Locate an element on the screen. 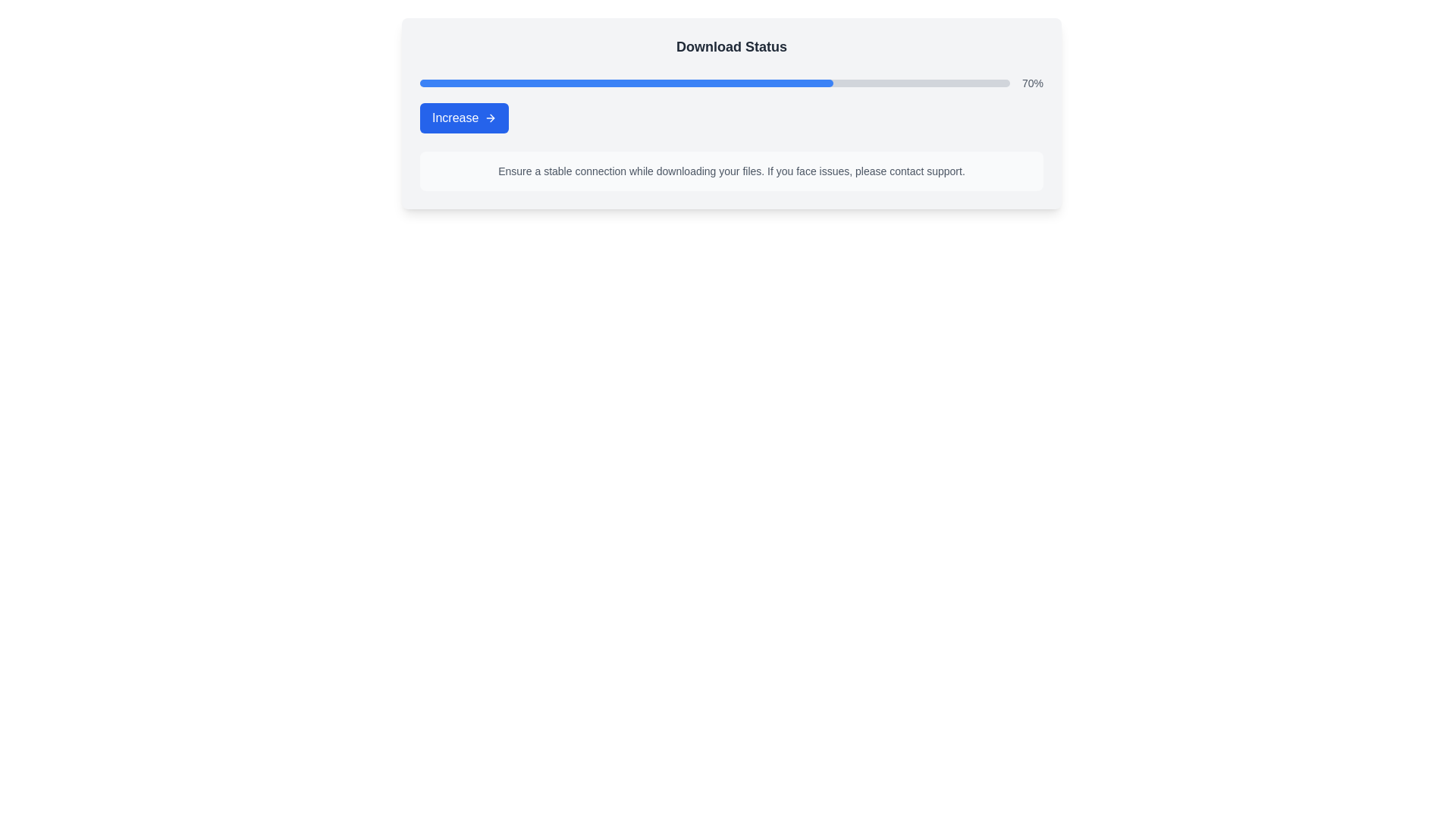  the rightward-pointing arrow icon located at the right of the text inside the 'Increase' button in the control section beneath the 'Download Status' loading bar is located at coordinates (492, 117).